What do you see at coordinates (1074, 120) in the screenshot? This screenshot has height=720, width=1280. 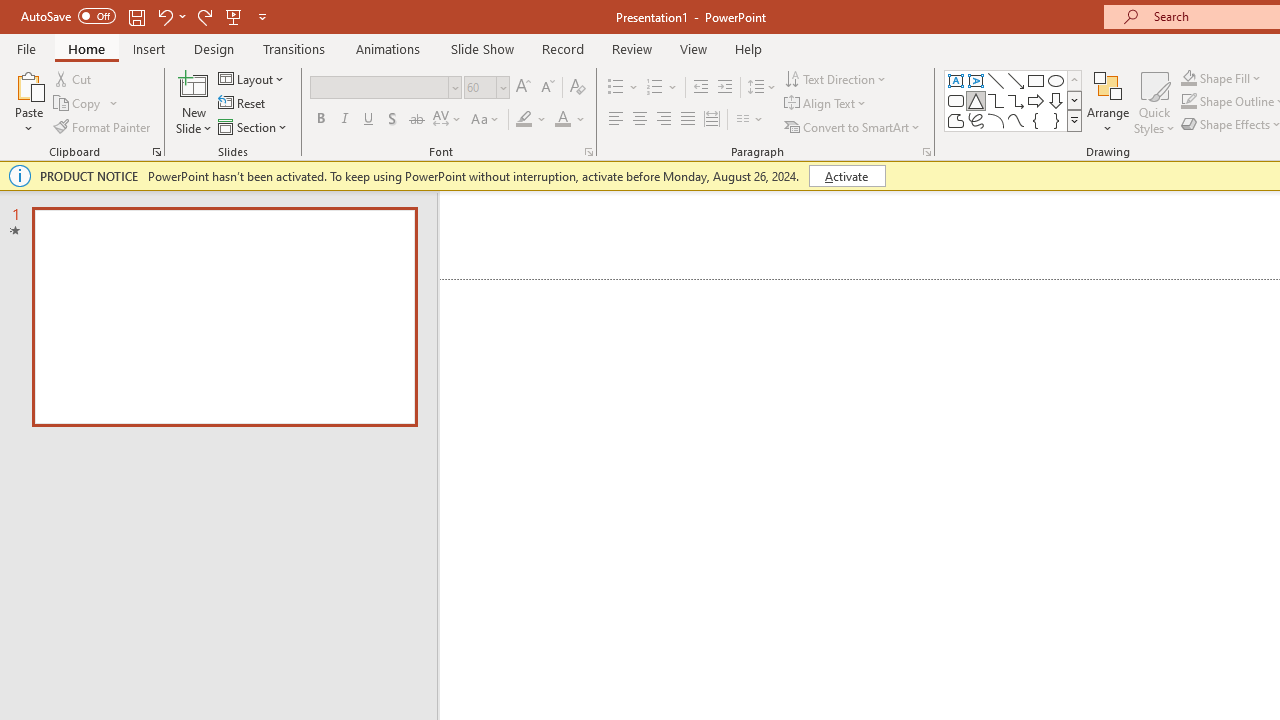 I see `'Class: NetUIImage'` at bounding box center [1074, 120].